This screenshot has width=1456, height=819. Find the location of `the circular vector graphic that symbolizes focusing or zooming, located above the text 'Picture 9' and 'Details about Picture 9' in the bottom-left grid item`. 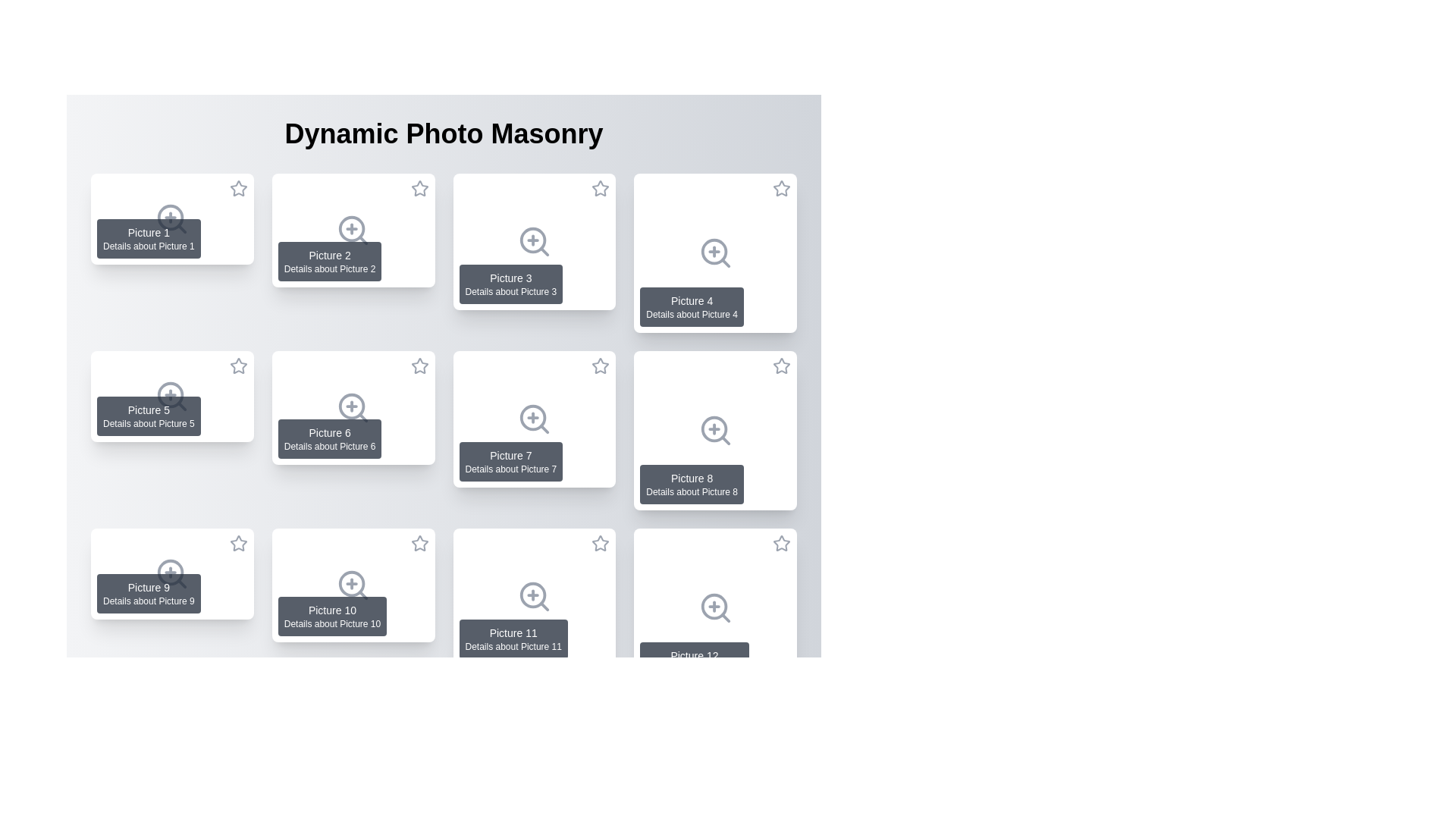

the circular vector graphic that symbolizes focusing or zooming, located above the text 'Picture 9' and 'Details about Picture 9' in the bottom-left grid item is located at coordinates (171, 573).